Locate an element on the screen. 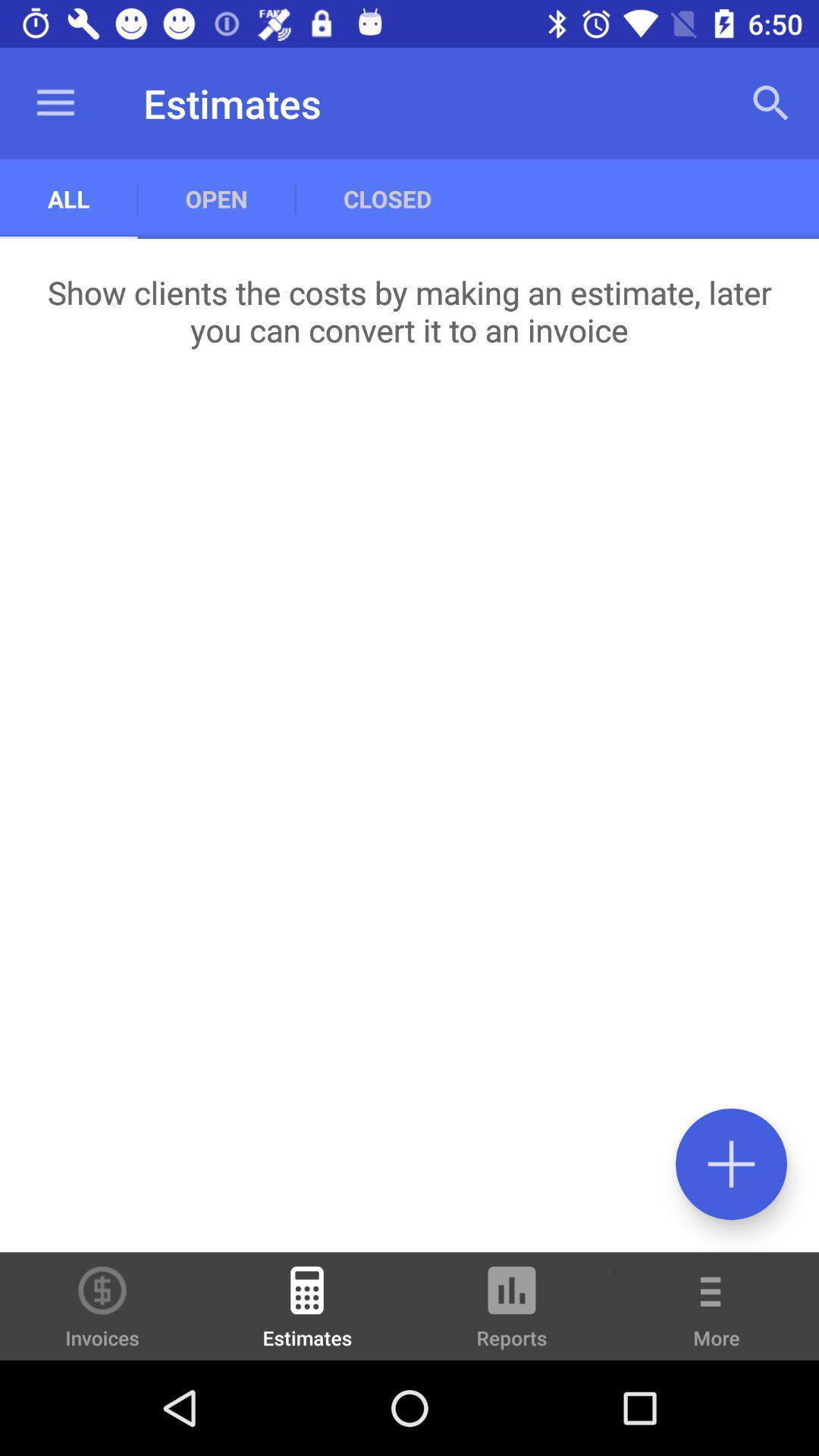  invoice is located at coordinates (730, 1163).